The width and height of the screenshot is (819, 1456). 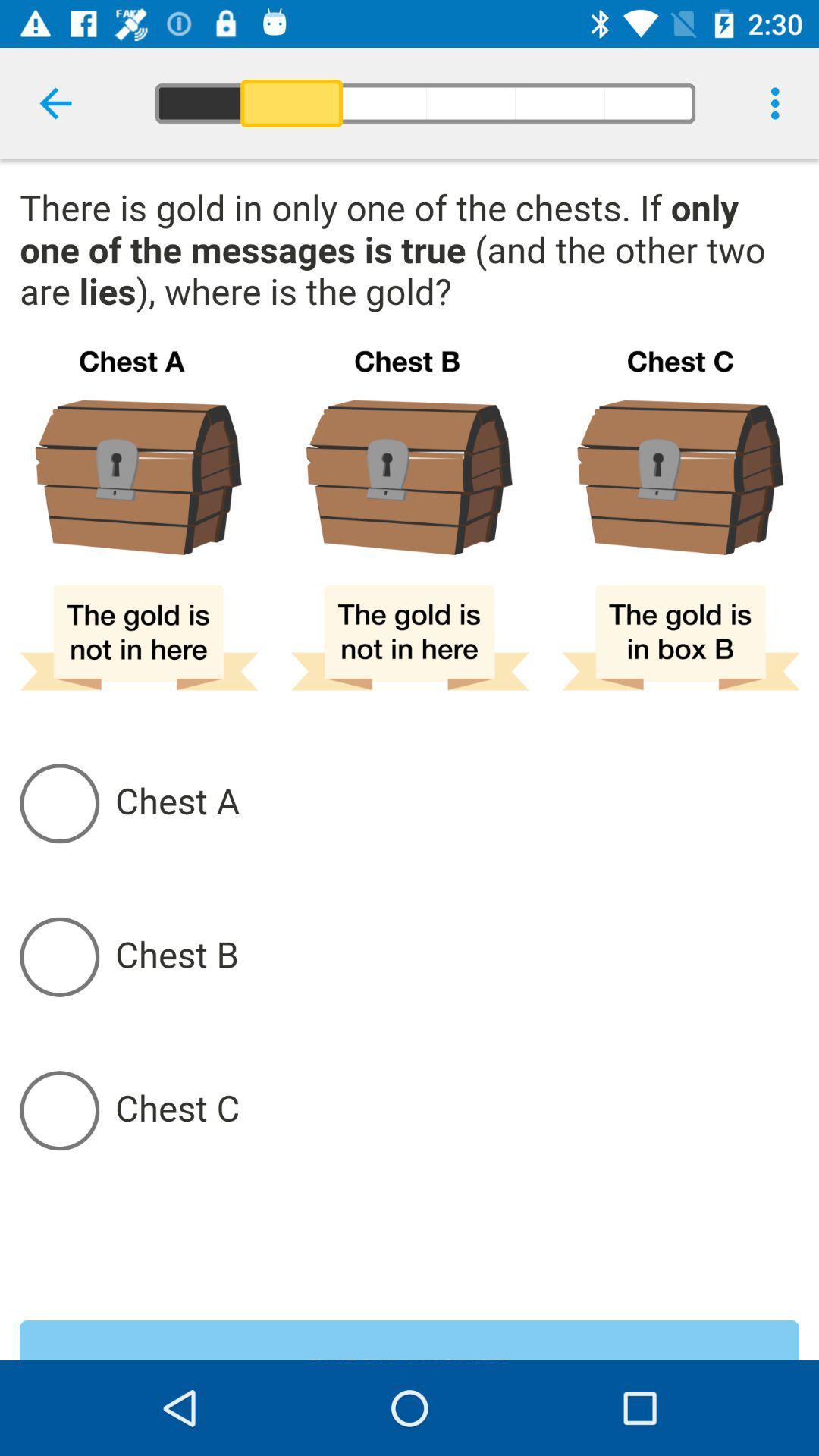 What do you see at coordinates (456, 955) in the screenshot?
I see `chest selection` at bounding box center [456, 955].